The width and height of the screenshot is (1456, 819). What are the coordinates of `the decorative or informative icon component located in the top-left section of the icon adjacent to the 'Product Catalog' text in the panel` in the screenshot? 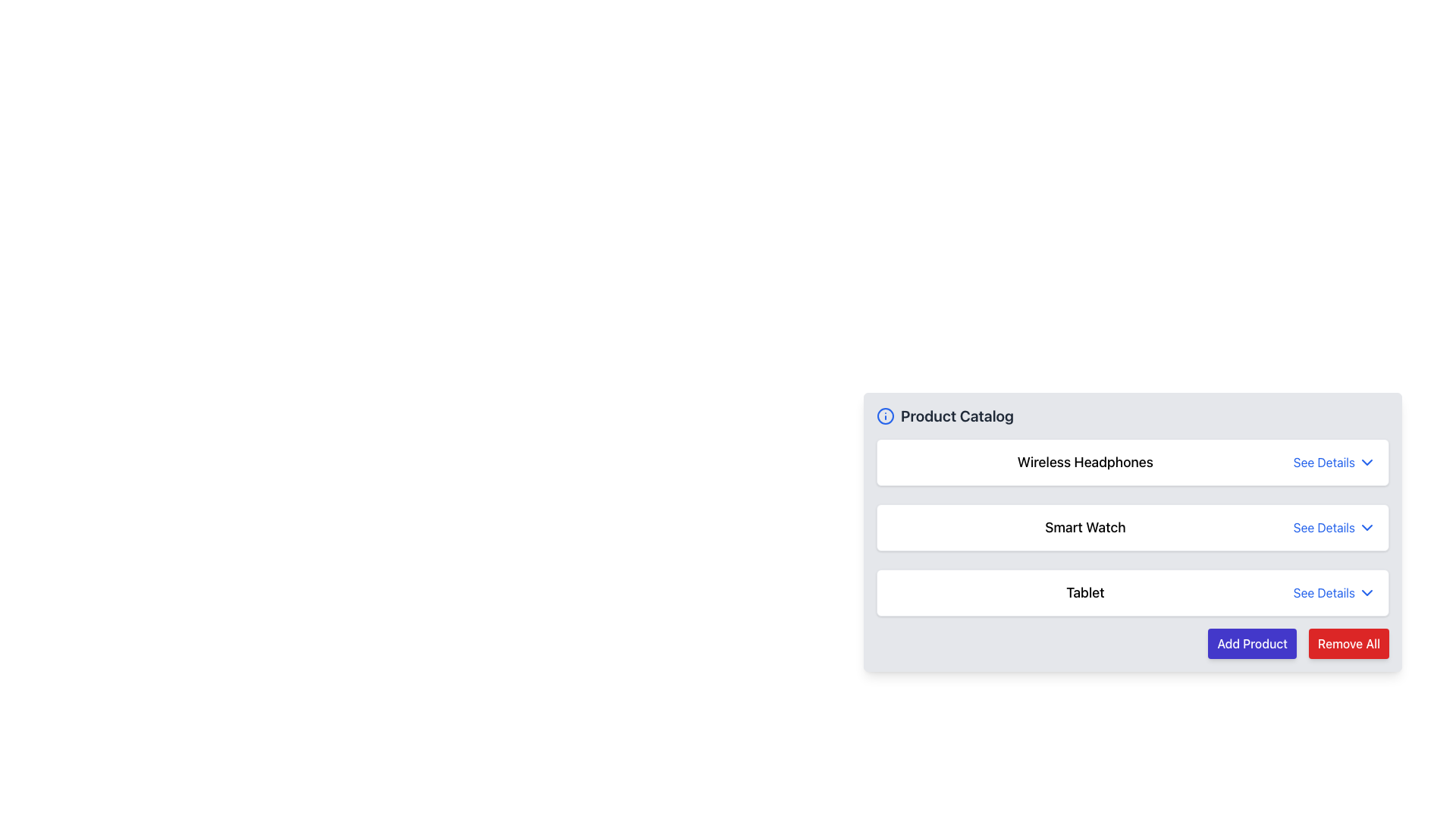 It's located at (885, 416).